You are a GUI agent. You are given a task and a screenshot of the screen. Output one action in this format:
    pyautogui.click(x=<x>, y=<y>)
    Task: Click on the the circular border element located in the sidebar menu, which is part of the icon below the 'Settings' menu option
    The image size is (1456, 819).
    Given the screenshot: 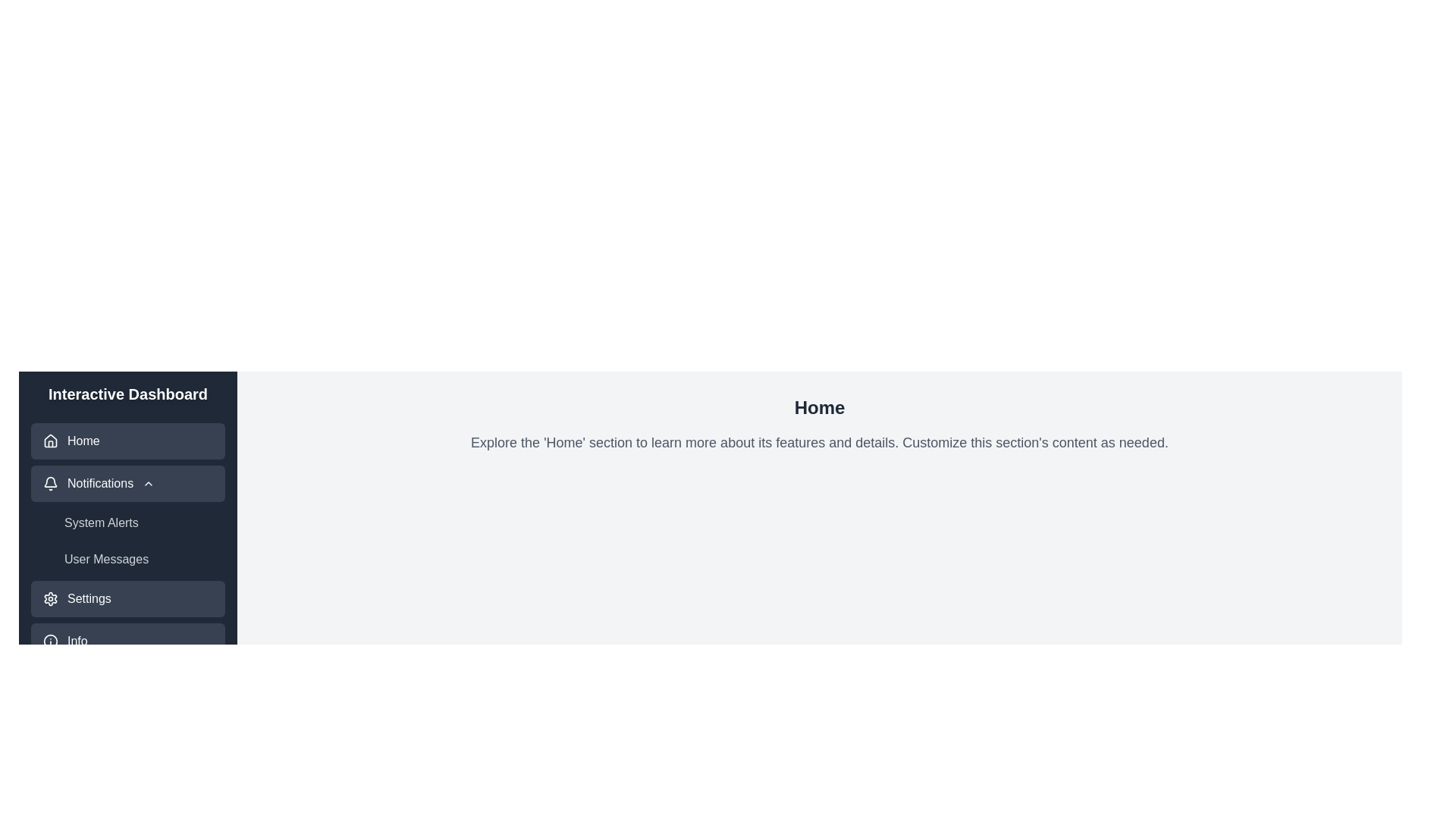 What is the action you would take?
    pyautogui.click(x=51, y=641)
    